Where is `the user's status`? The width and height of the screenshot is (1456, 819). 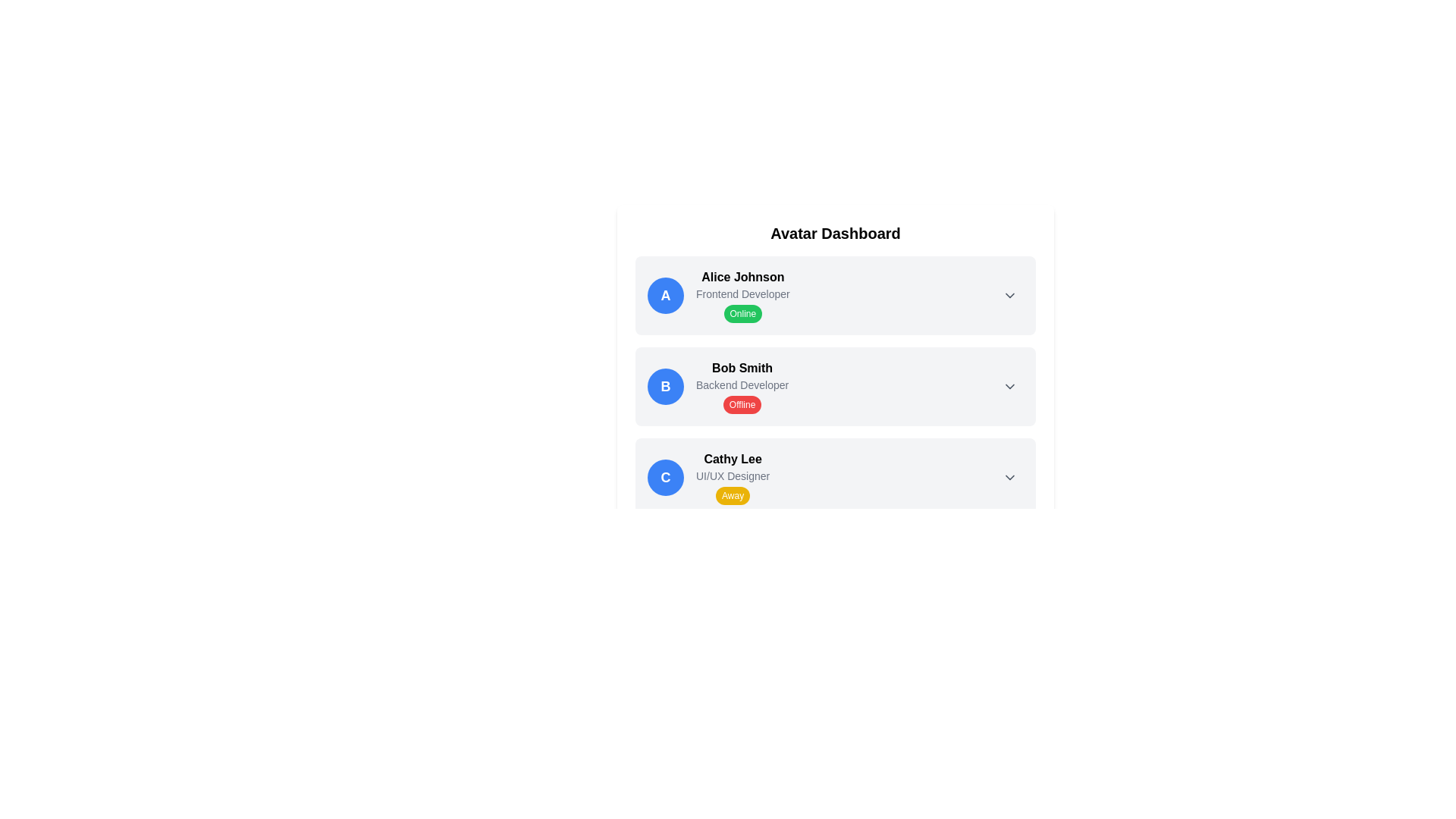
the user's status is located at coordinates (742, 295).